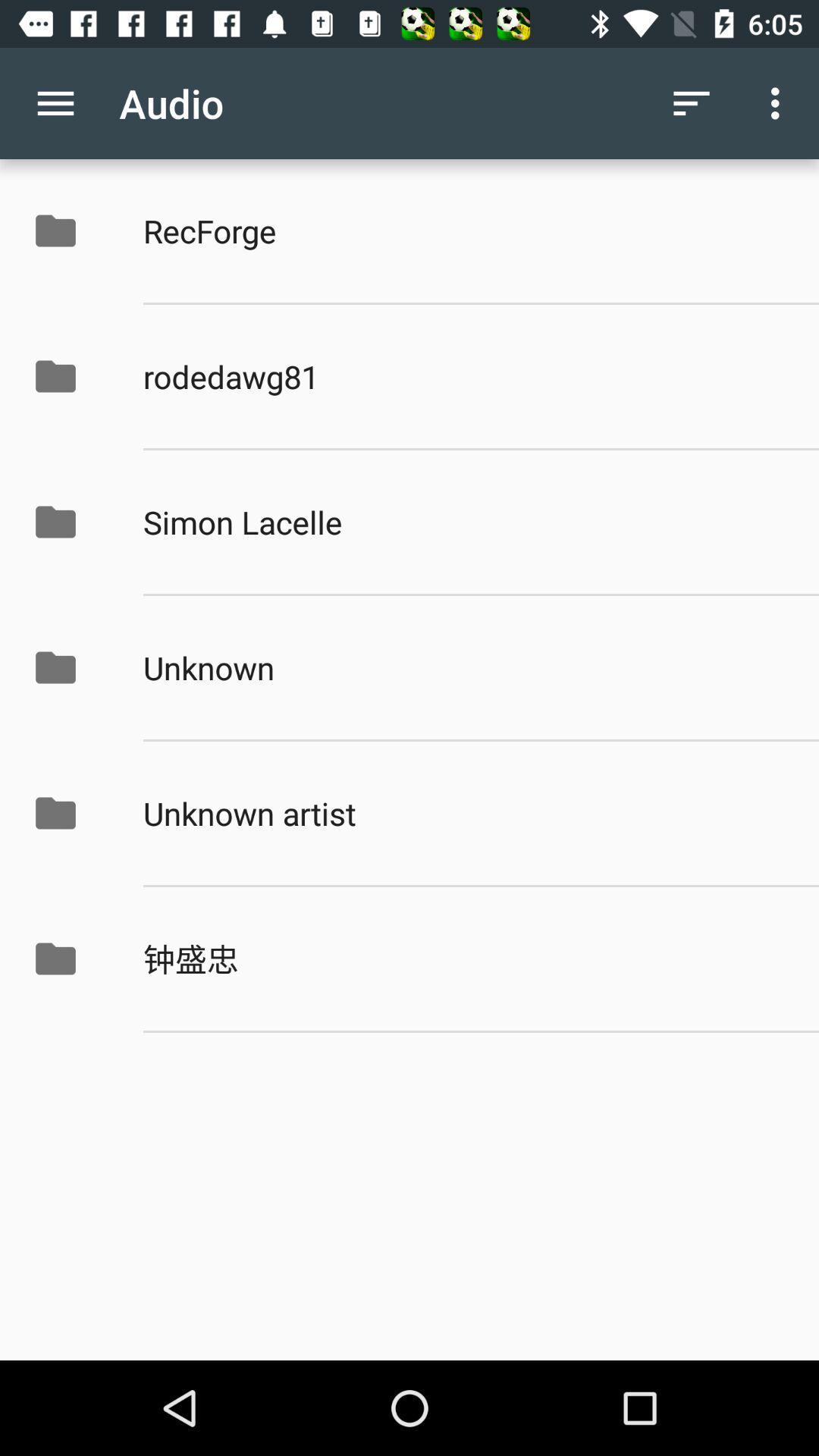  Describe the element at coordinates (464, 230) in the screenshot. I see `recforge icon` at that location.